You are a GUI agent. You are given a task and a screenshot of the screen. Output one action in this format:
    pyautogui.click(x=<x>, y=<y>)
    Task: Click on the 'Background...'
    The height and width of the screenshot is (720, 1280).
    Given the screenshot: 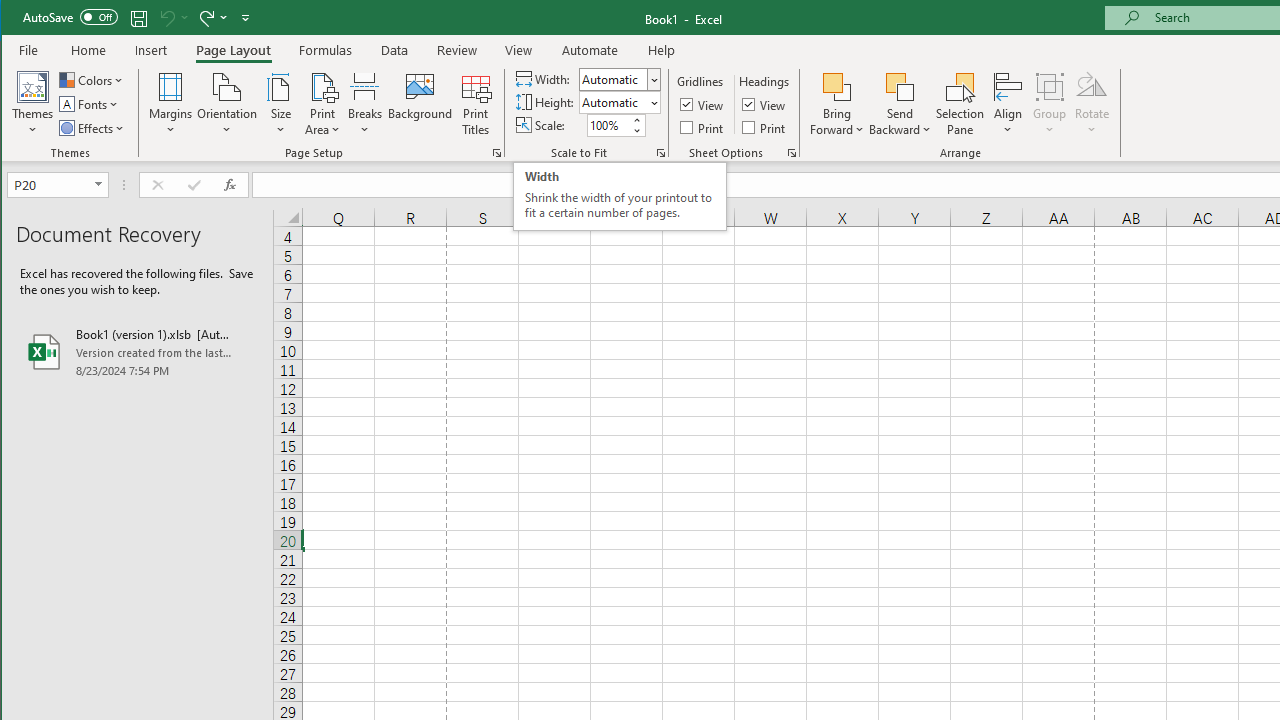 What is the action you would take?
    pyautogui.click(x=419, y=104)
    